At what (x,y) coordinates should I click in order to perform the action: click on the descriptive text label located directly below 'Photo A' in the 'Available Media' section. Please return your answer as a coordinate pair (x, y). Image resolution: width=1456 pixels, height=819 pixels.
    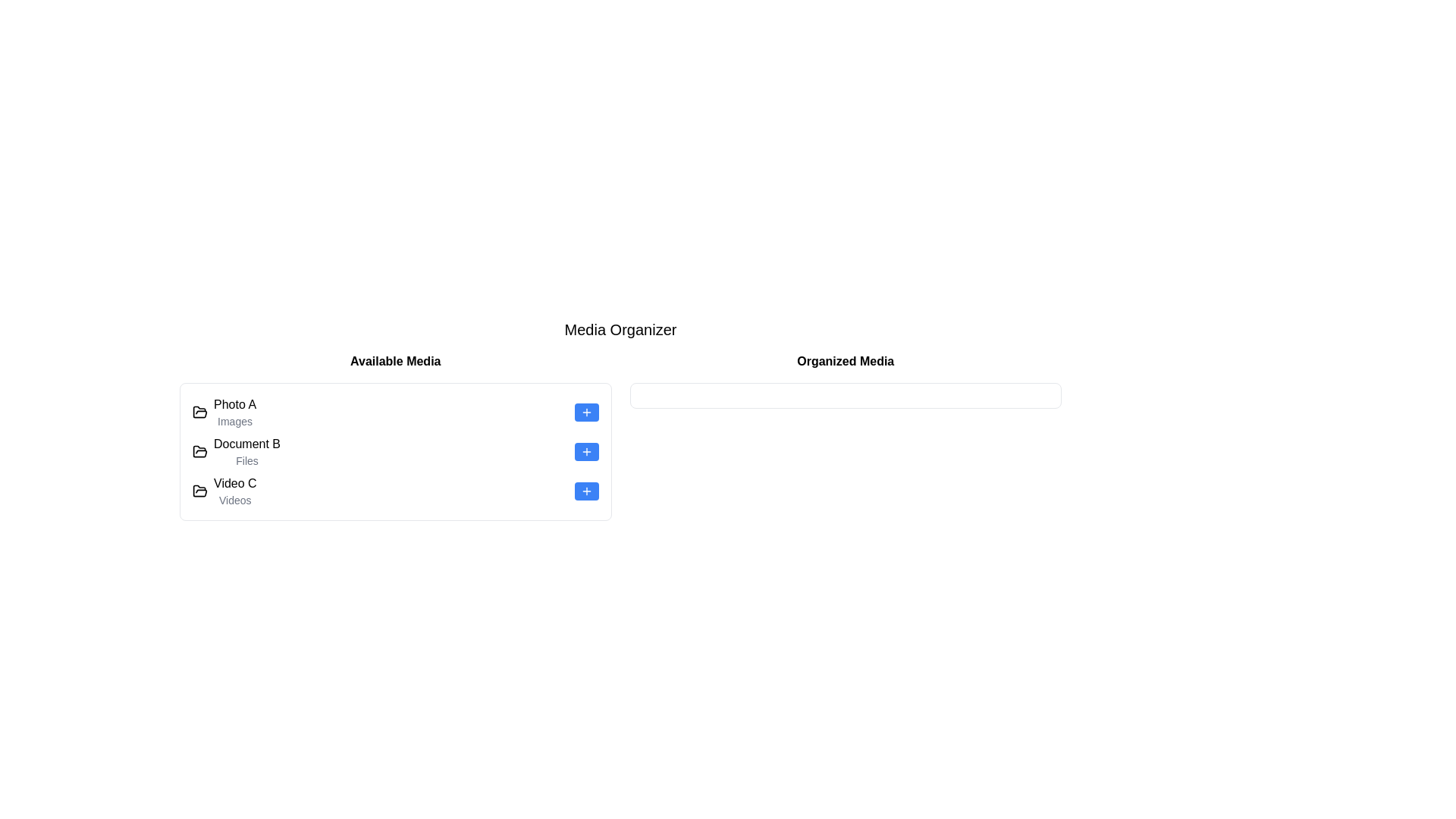
    Looking at the image, I should click on (234, 421).